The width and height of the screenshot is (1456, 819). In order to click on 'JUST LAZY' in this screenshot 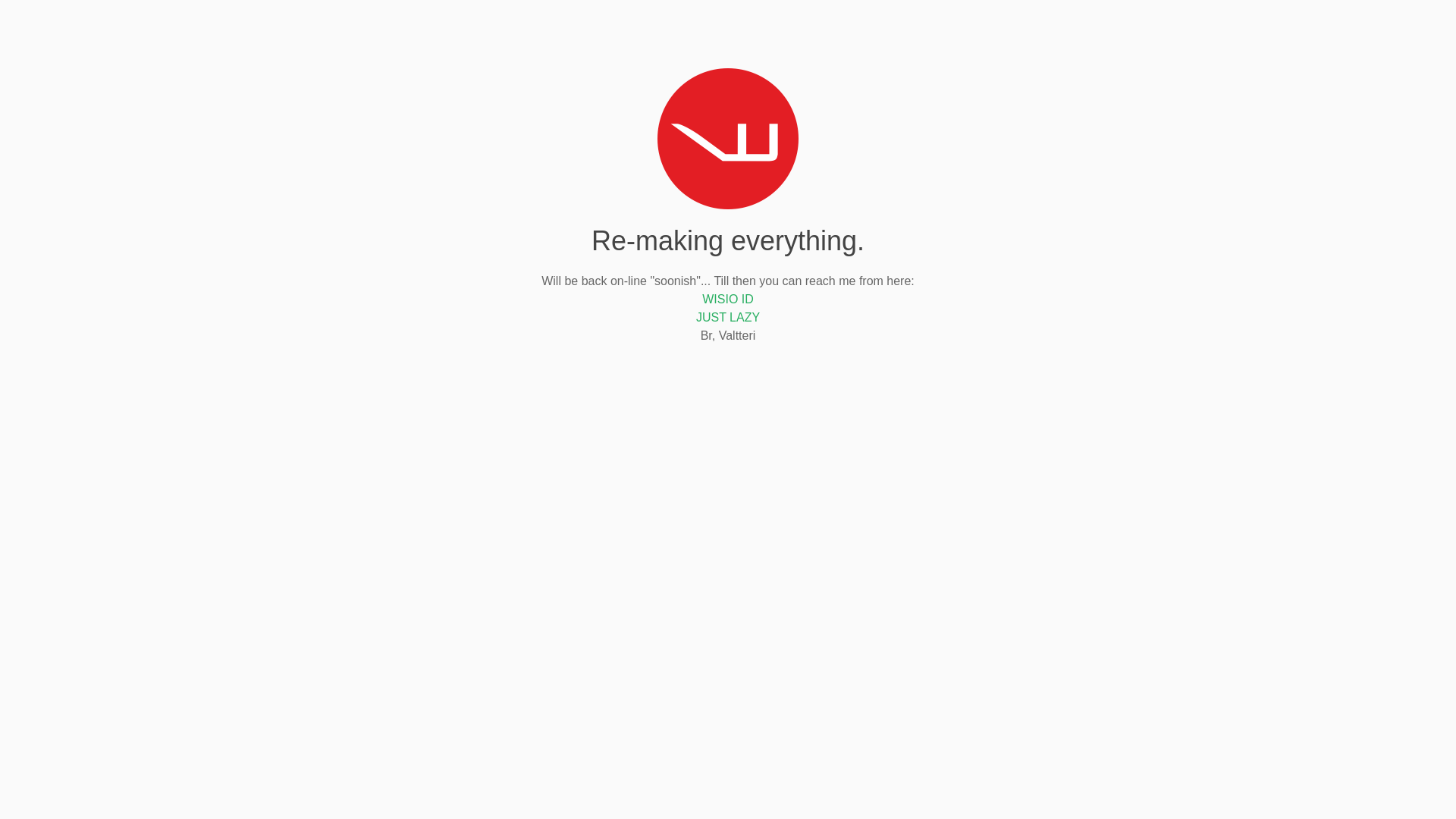, I will do `click(728, 316)`.